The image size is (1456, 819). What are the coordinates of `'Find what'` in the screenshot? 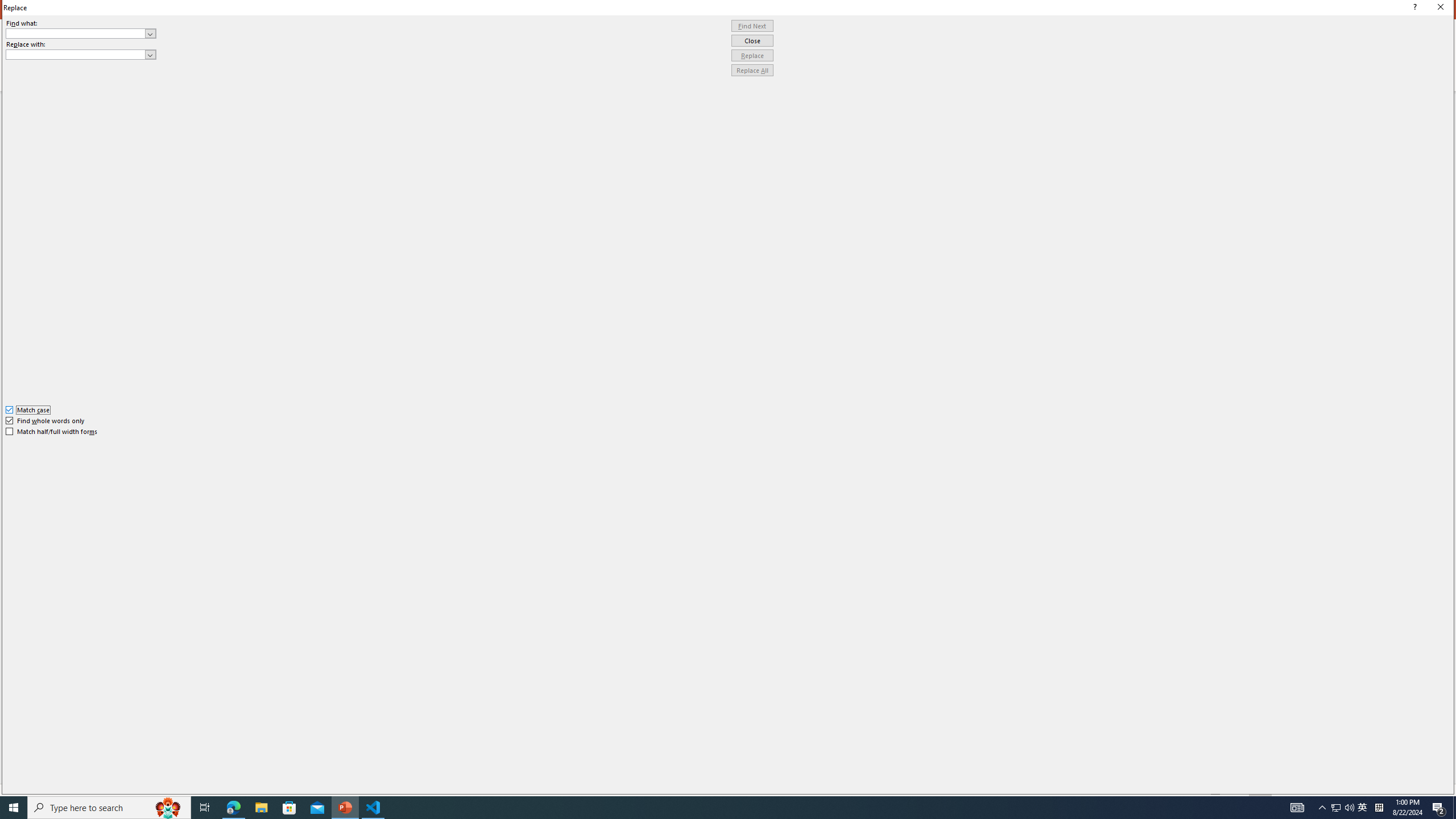 It's located at (81, 33).